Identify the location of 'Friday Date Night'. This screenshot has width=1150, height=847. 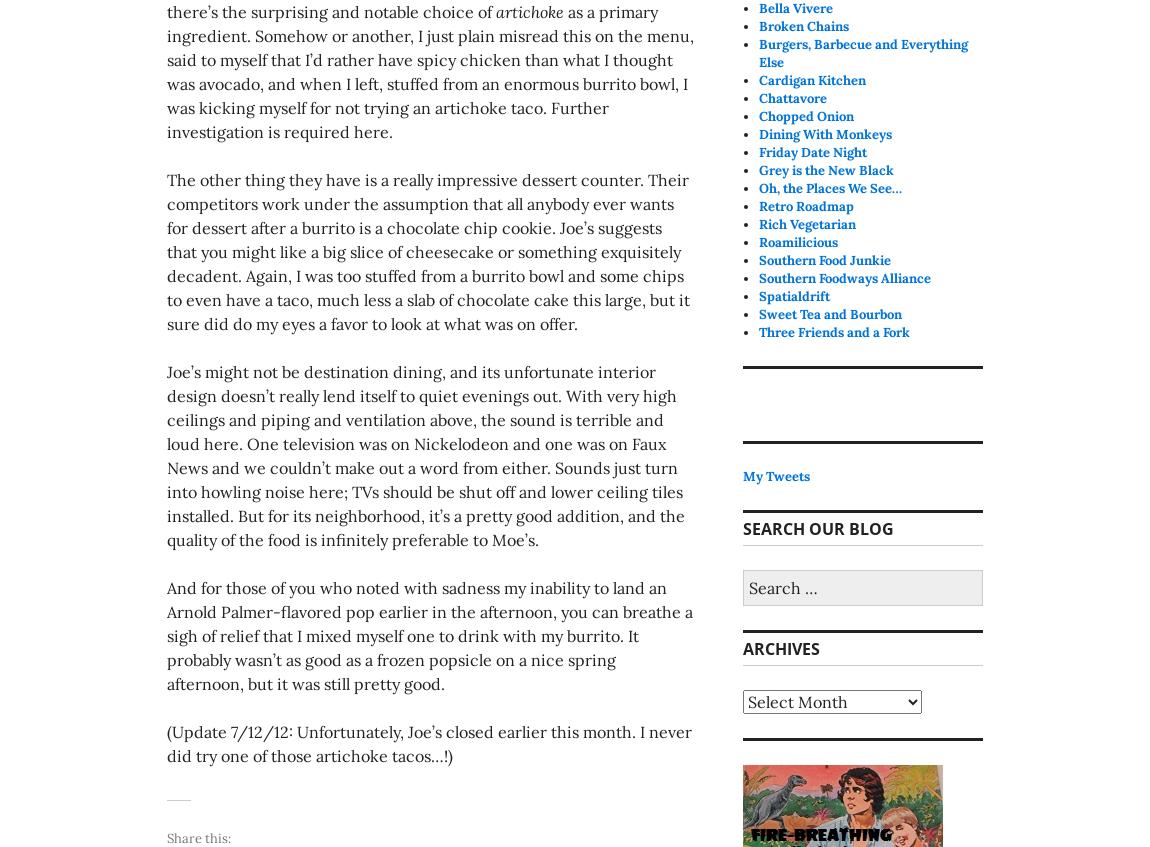
(812, 151).